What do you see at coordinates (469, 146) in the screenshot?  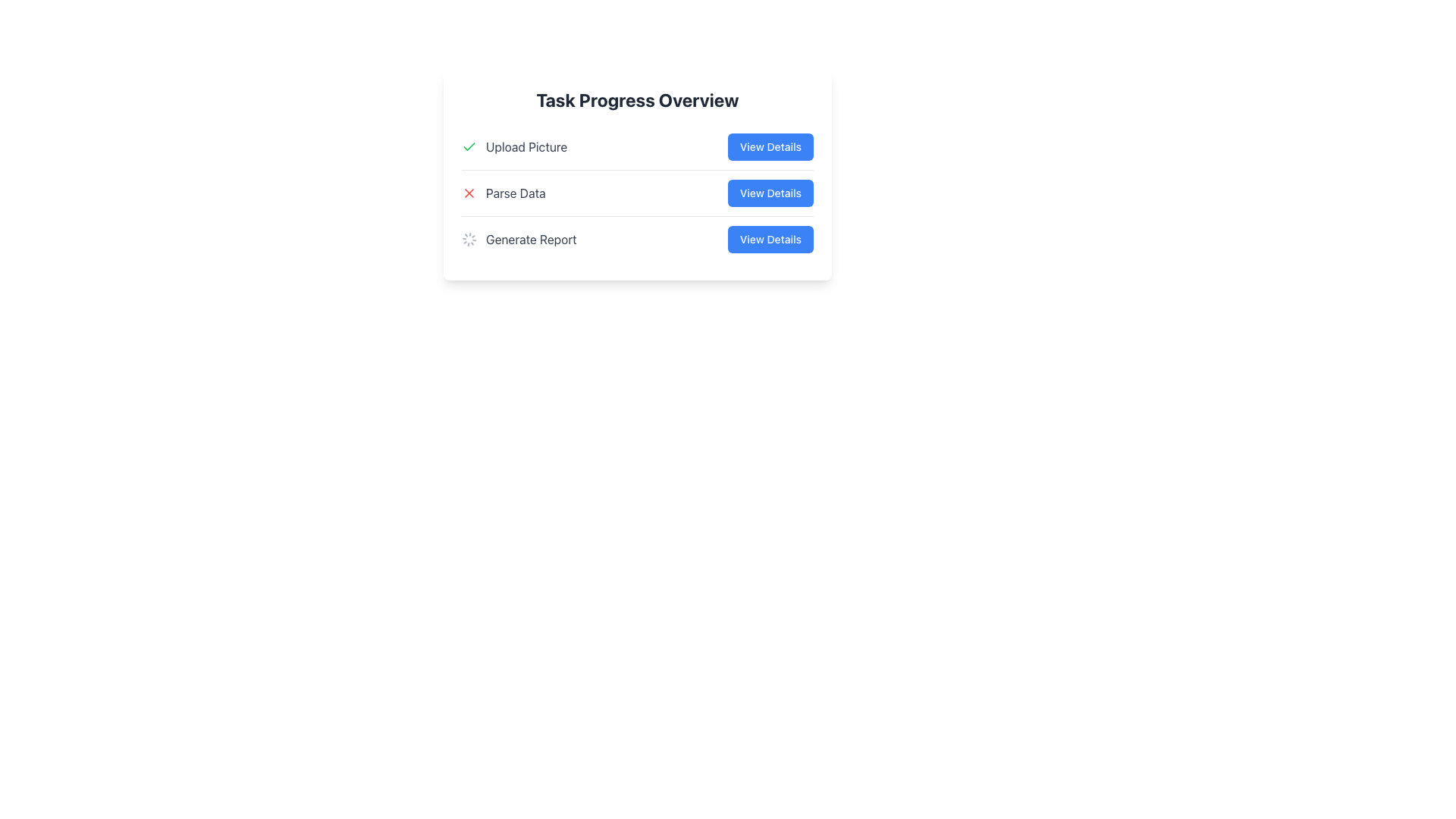 I see `the green checkmark icon indicating a completed status in the 'Task Progress Overview' section, located next to the 'Upload Picture' text` at bounding box center [469, 146].